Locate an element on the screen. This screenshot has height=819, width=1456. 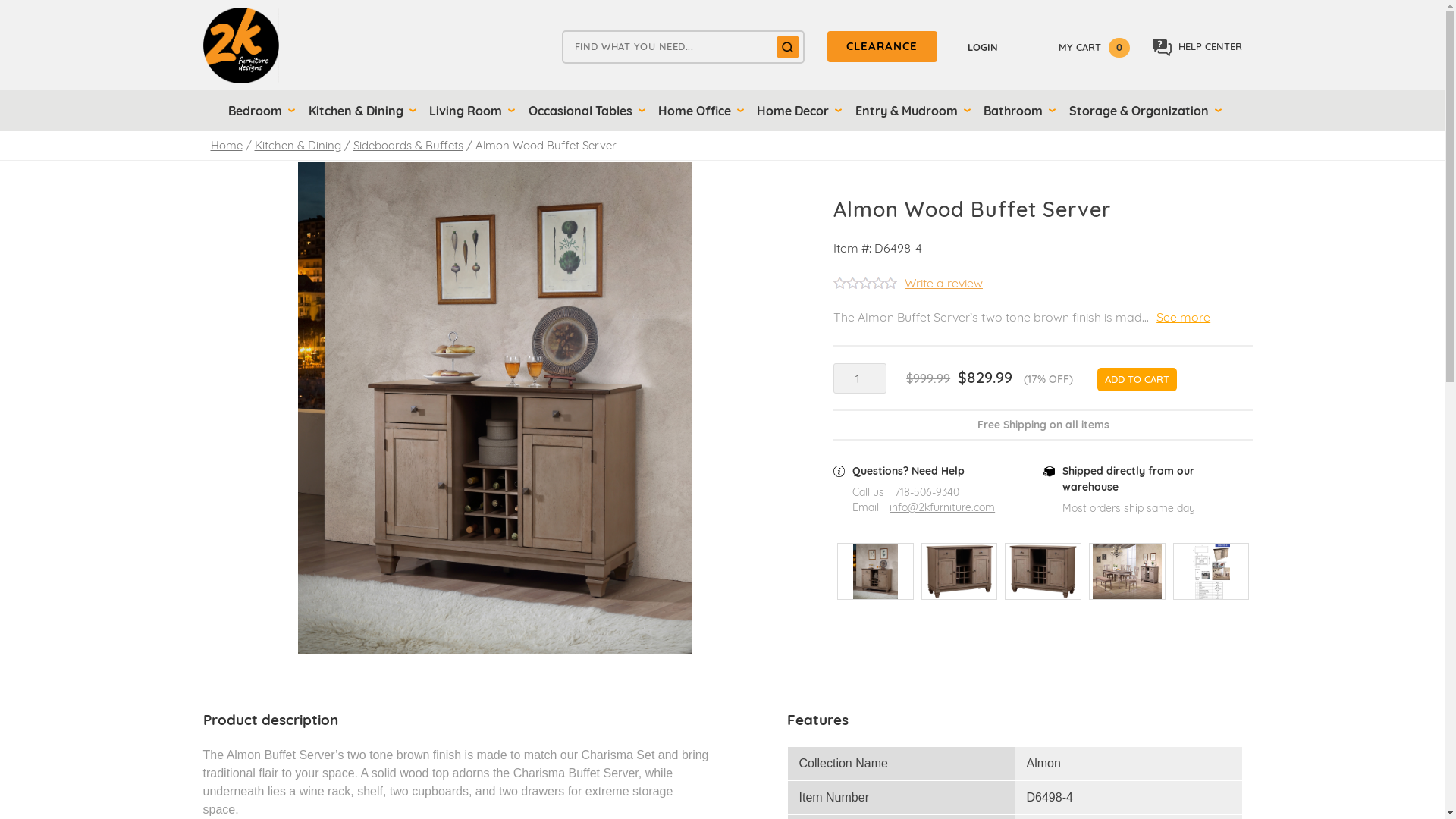
'Kitchen & Dining' is located at coordinates (359, 110).